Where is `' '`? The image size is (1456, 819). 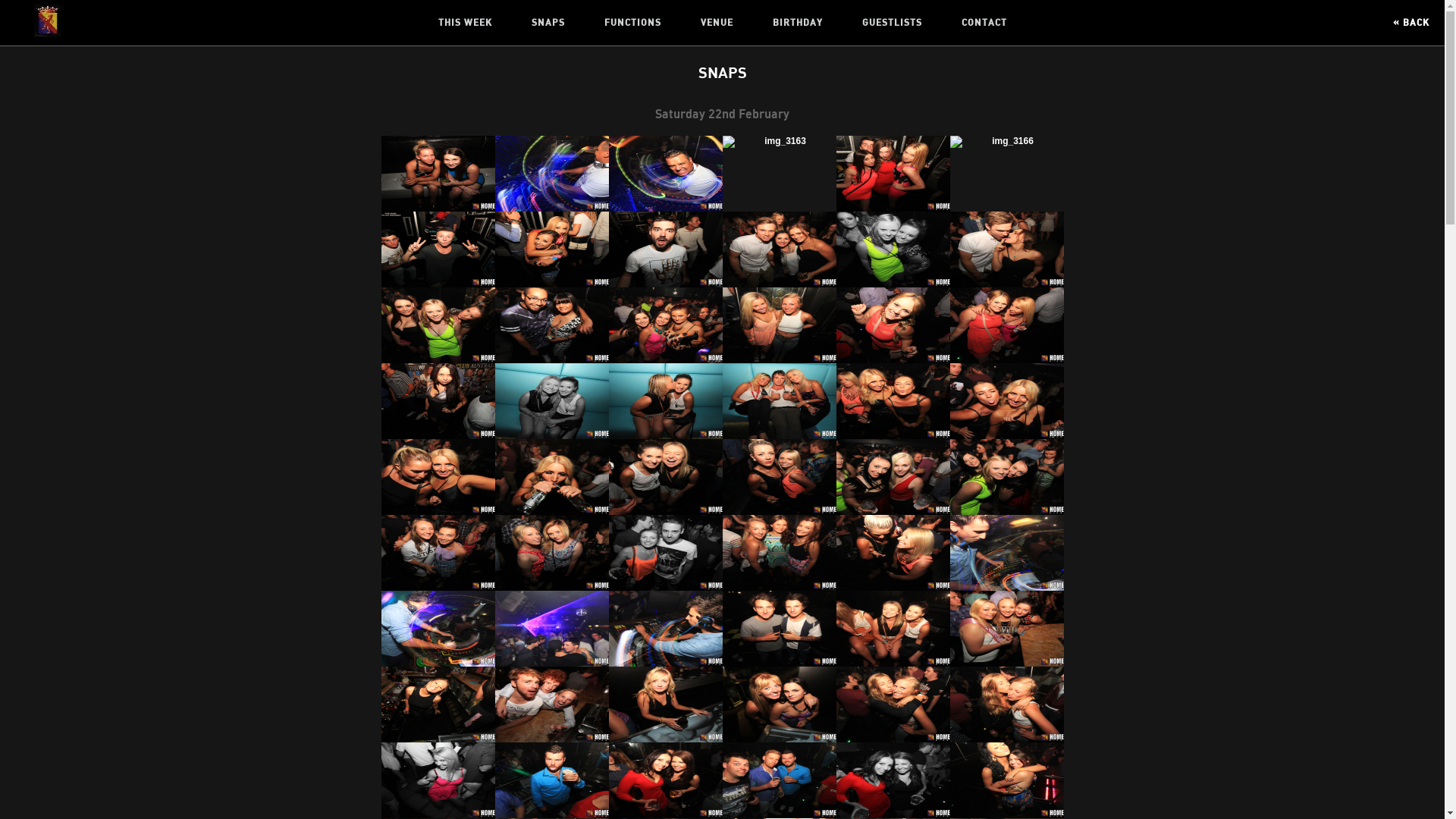
' ' is located at coordinates (779, 629).